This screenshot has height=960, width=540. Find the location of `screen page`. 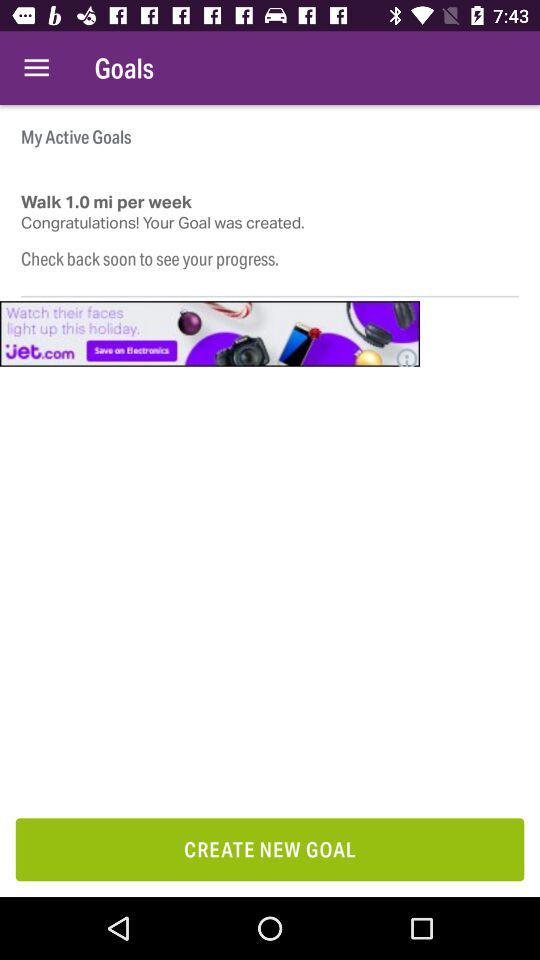

screen page is located at coordinates (209, 333).